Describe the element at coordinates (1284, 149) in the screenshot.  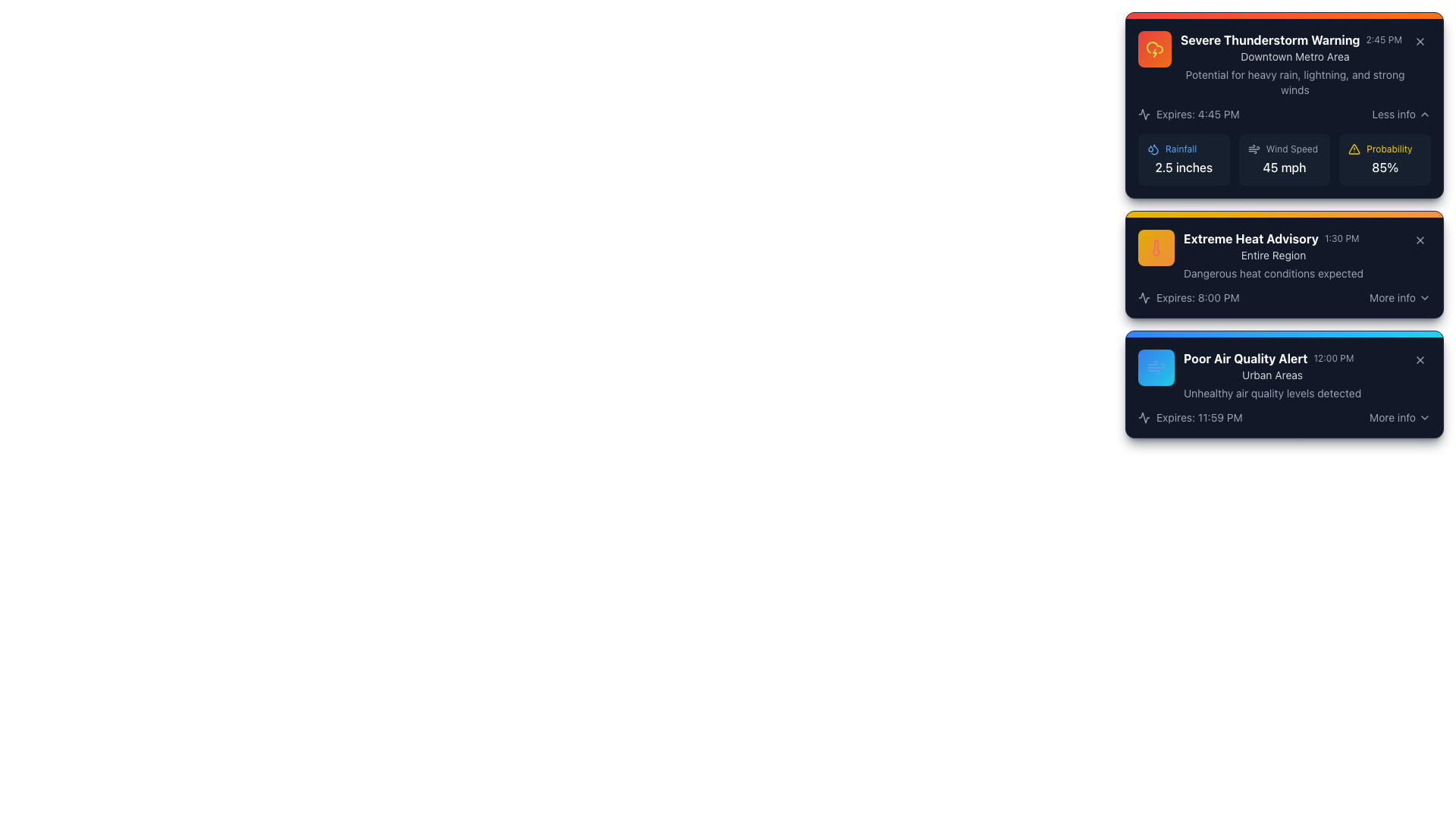
I see `the Label with Icon that describes the wind speed metric, located above the '45 mph' value in the 'Severe Thunderstorm Warning' card` at that location.